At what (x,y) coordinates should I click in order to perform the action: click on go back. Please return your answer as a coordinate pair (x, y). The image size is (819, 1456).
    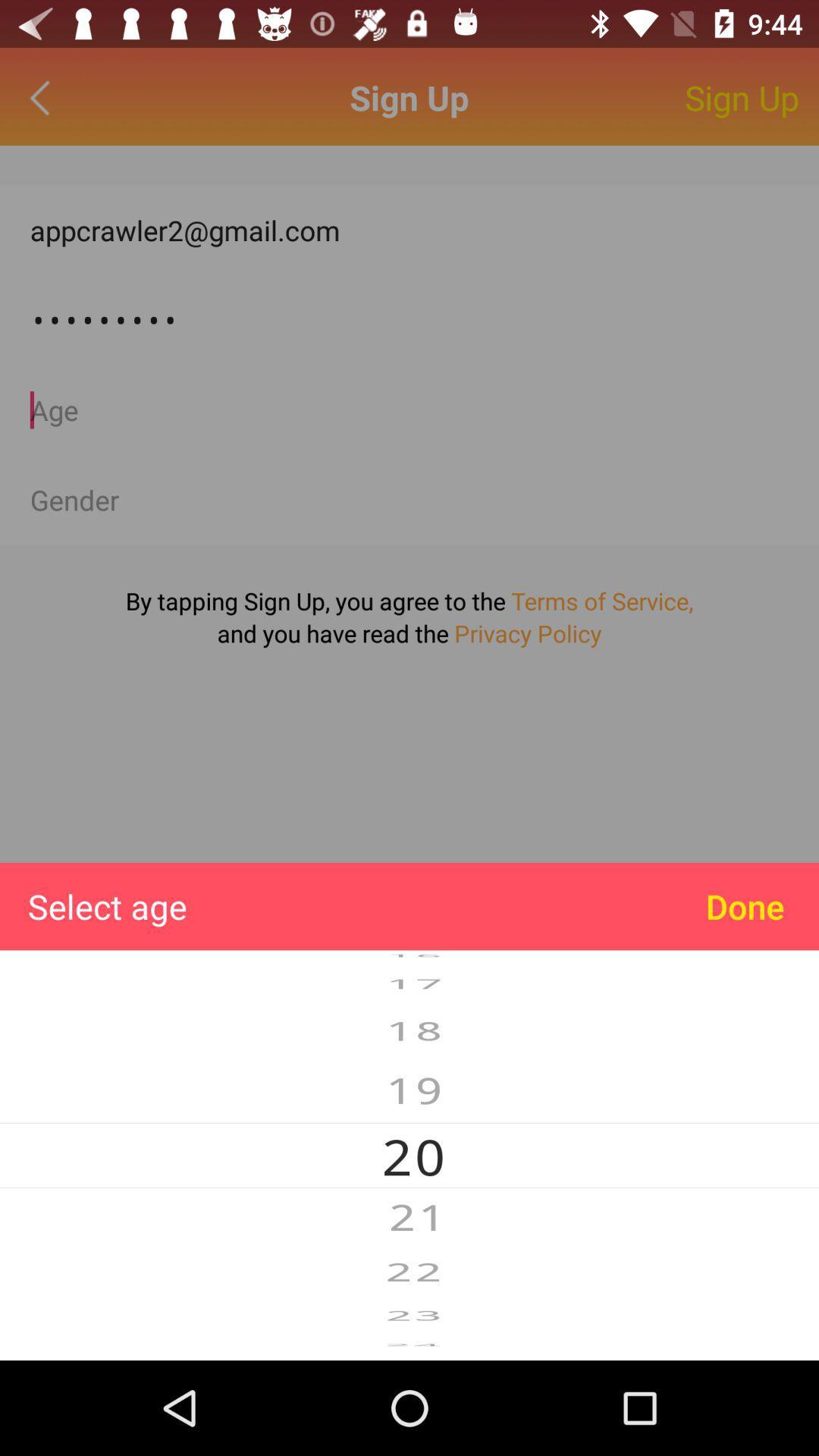
    Looking at the image, I should click on (42, 97).